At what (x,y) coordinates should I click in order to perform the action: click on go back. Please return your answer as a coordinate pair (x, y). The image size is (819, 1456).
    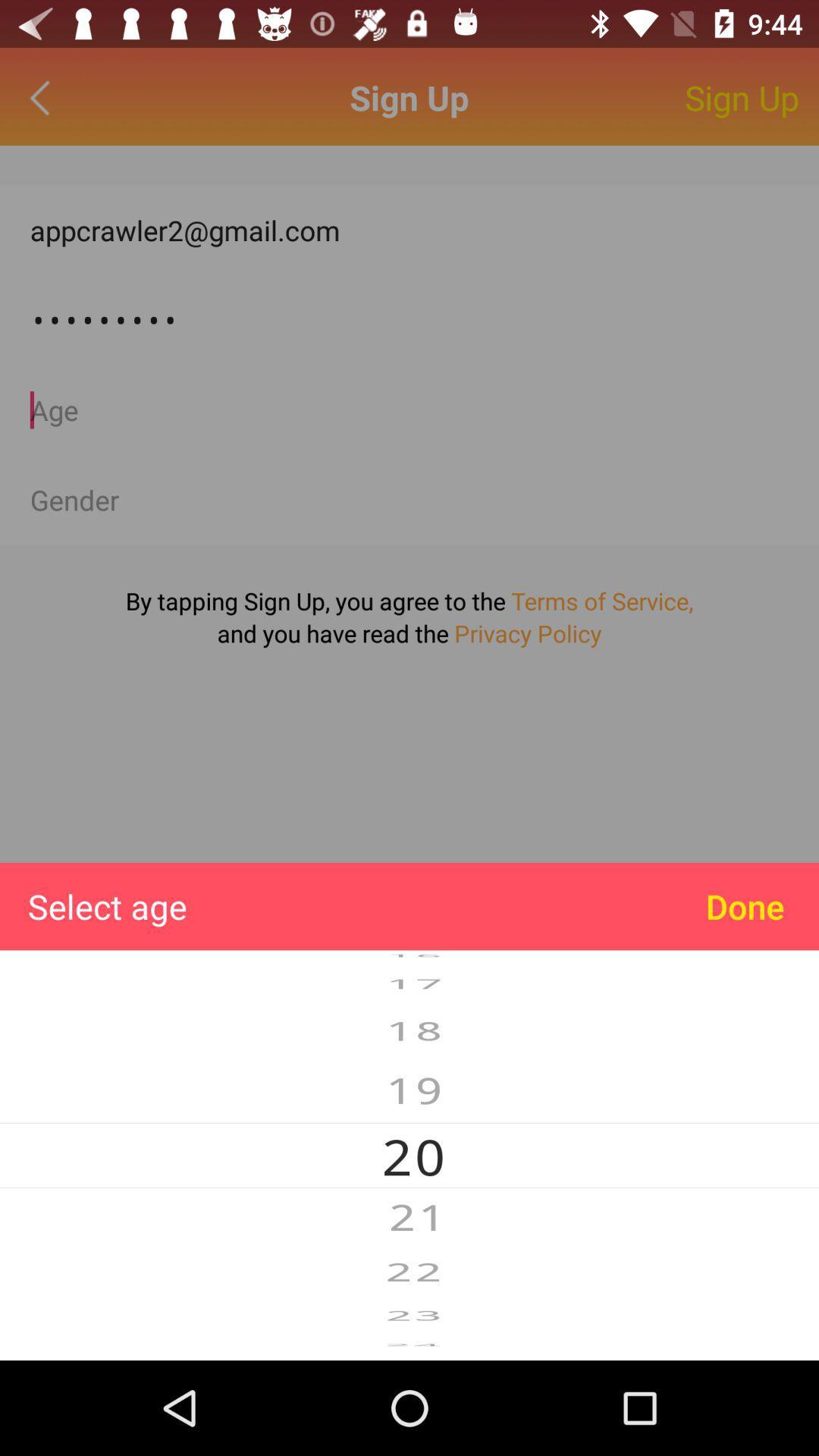
    Looking at the image, I should click on (42, 97).